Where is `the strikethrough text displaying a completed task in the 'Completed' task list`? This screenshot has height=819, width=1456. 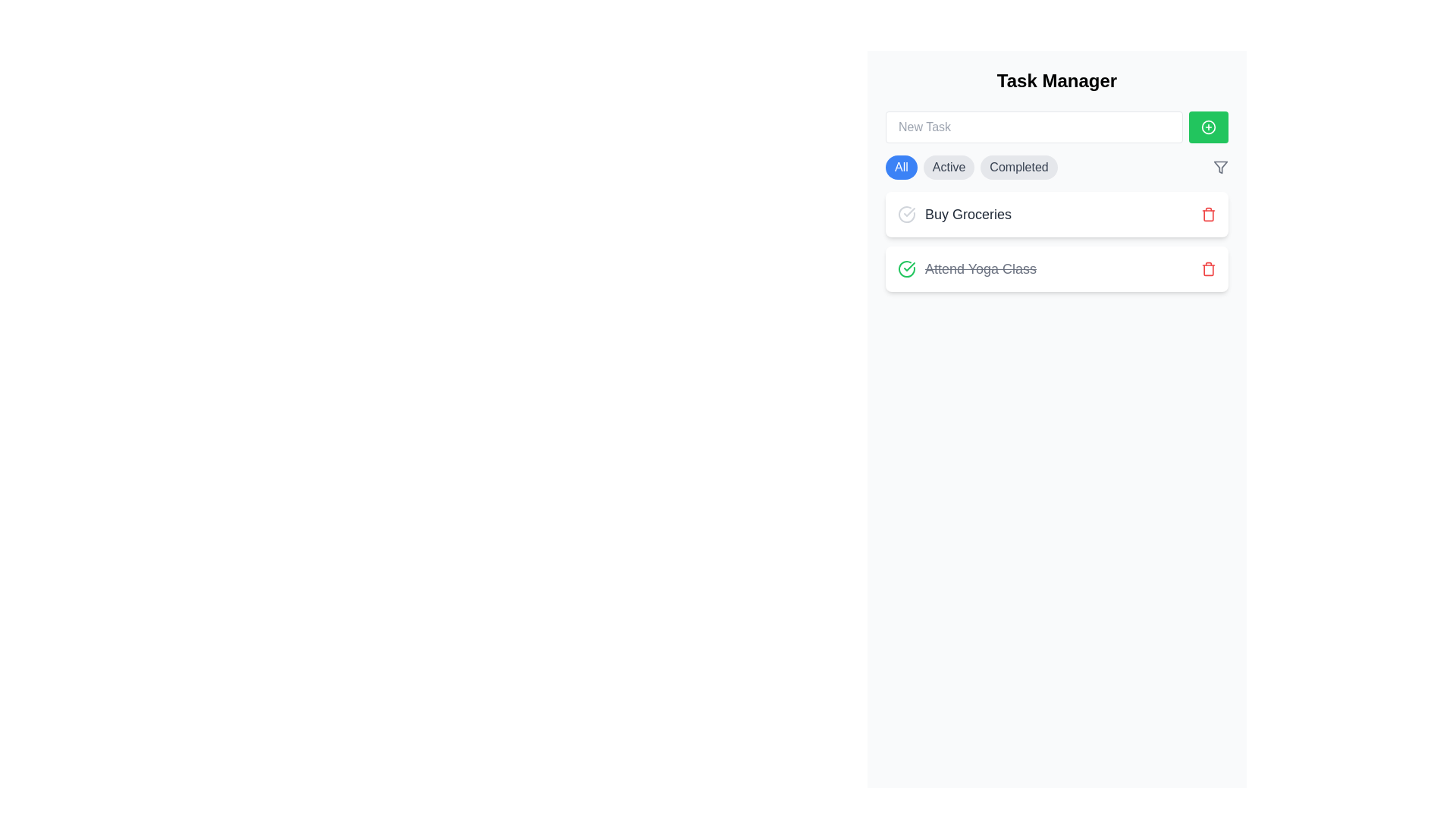
the strikethrough text displaying a completed task in the 'Completed' task list is located at coordinates (966, 268).